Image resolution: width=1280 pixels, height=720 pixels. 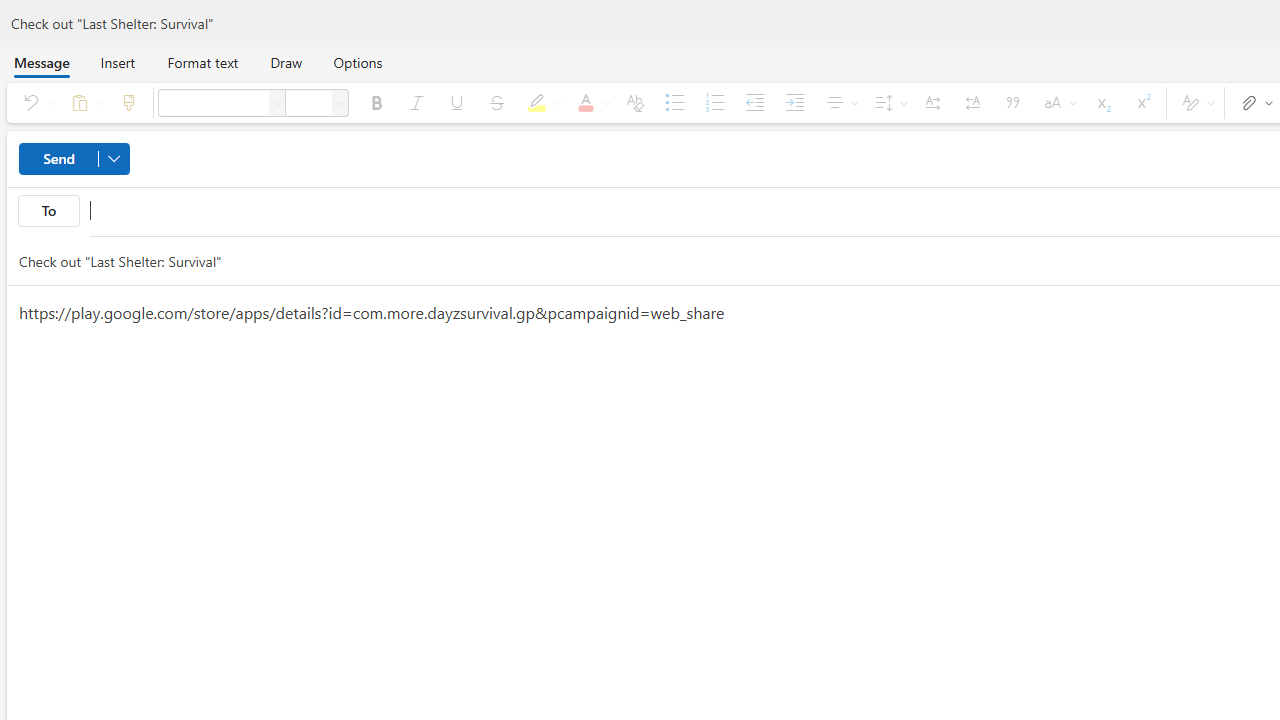 What do you see at coordinates (1101, 102) in the screenshot?
I see `'Subscript'` at bounding box center [1101, 102].